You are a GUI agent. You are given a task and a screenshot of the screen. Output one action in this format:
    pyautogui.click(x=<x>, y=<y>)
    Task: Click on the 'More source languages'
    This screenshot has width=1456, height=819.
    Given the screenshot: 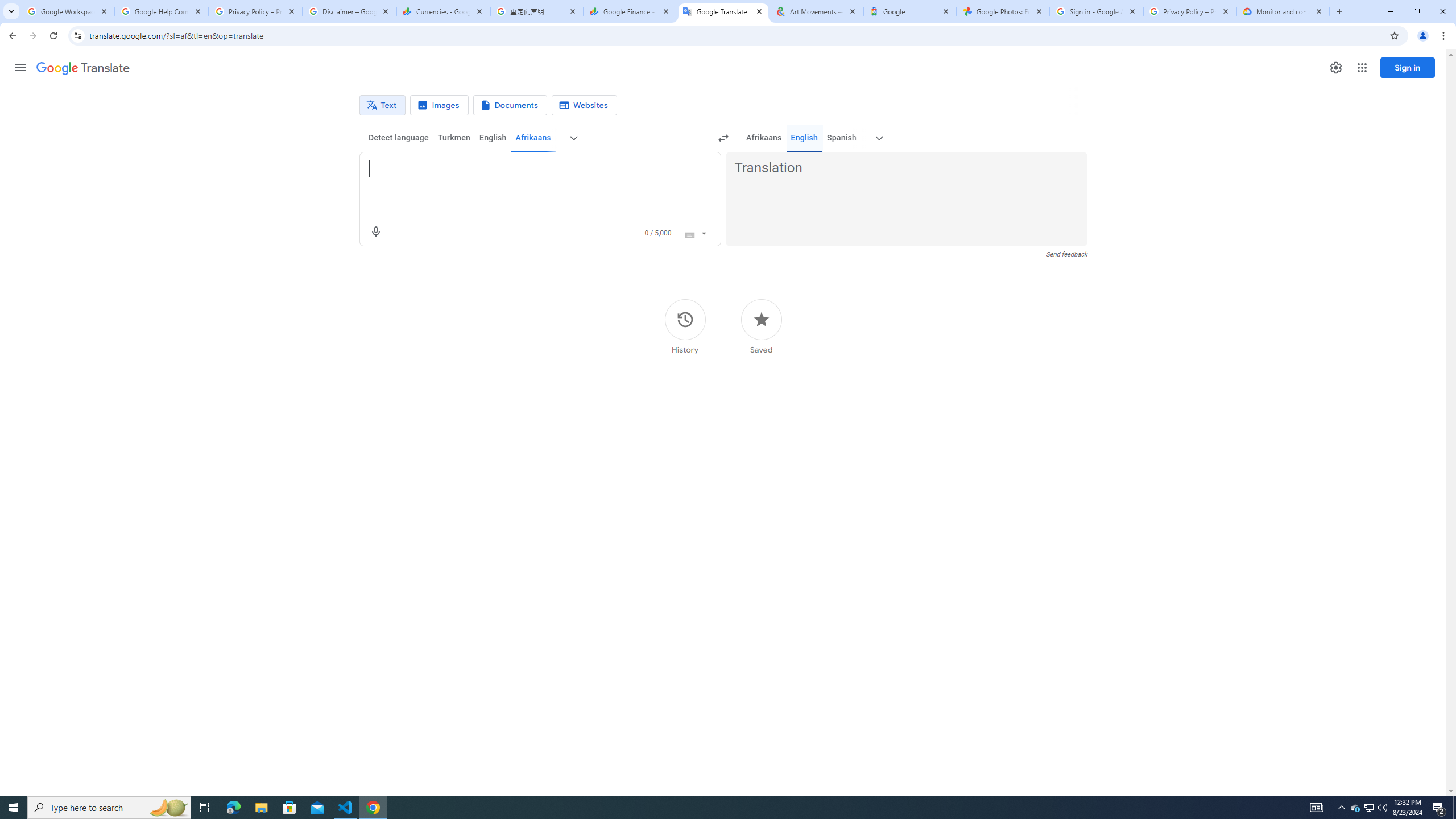 What is the action you would take?
    pyautogui.click(x=573, y=138)
    